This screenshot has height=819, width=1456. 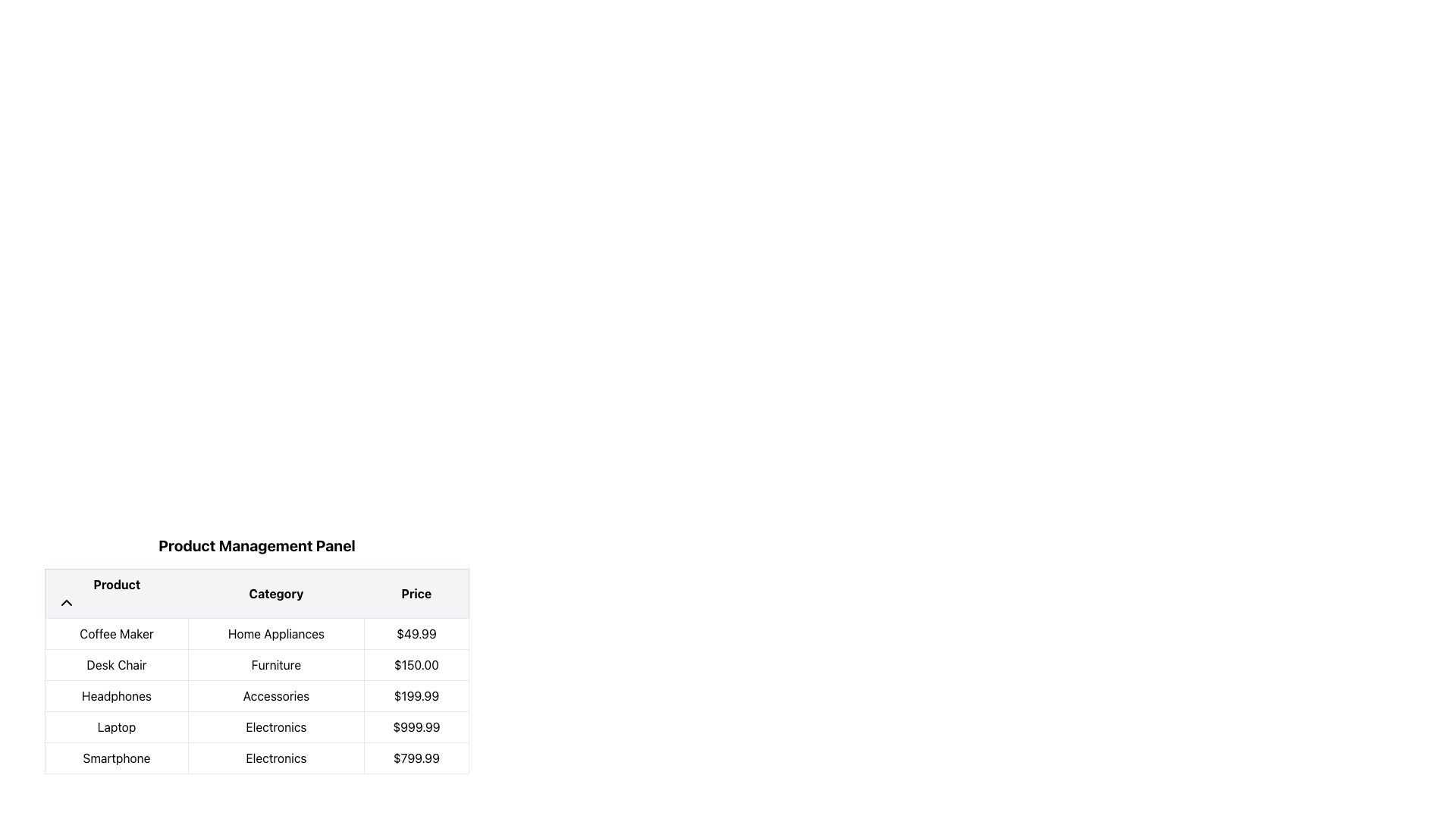 I want to click on the 'Home Appliances' text label in the 'Category' column of the 'Product Management Panel' table, so click(x=276, y=634).